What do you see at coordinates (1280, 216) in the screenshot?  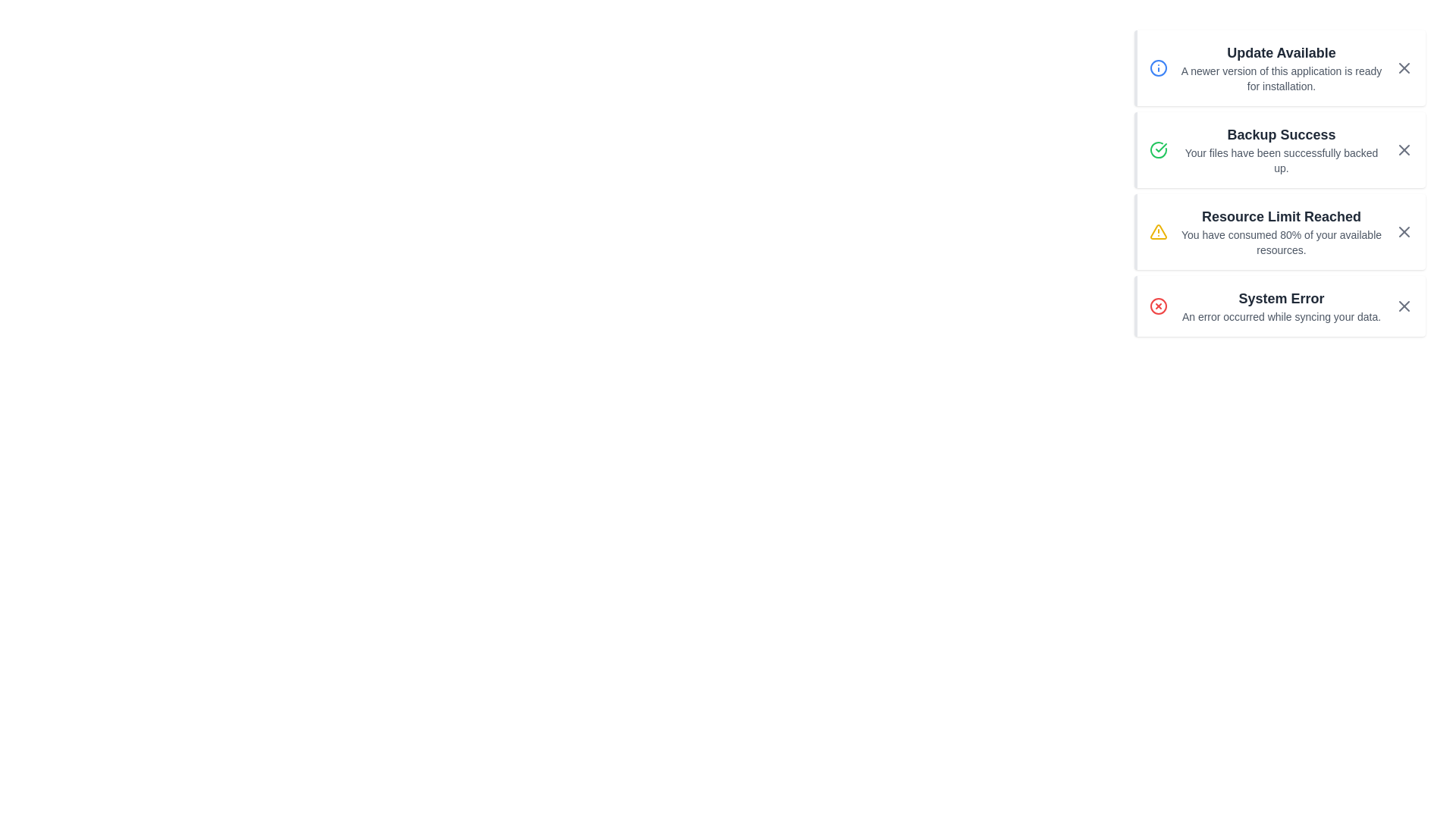 I see `the text element that displays the title of the third notification card in the vertical list of notifications` at bounding box center [1280, 216].